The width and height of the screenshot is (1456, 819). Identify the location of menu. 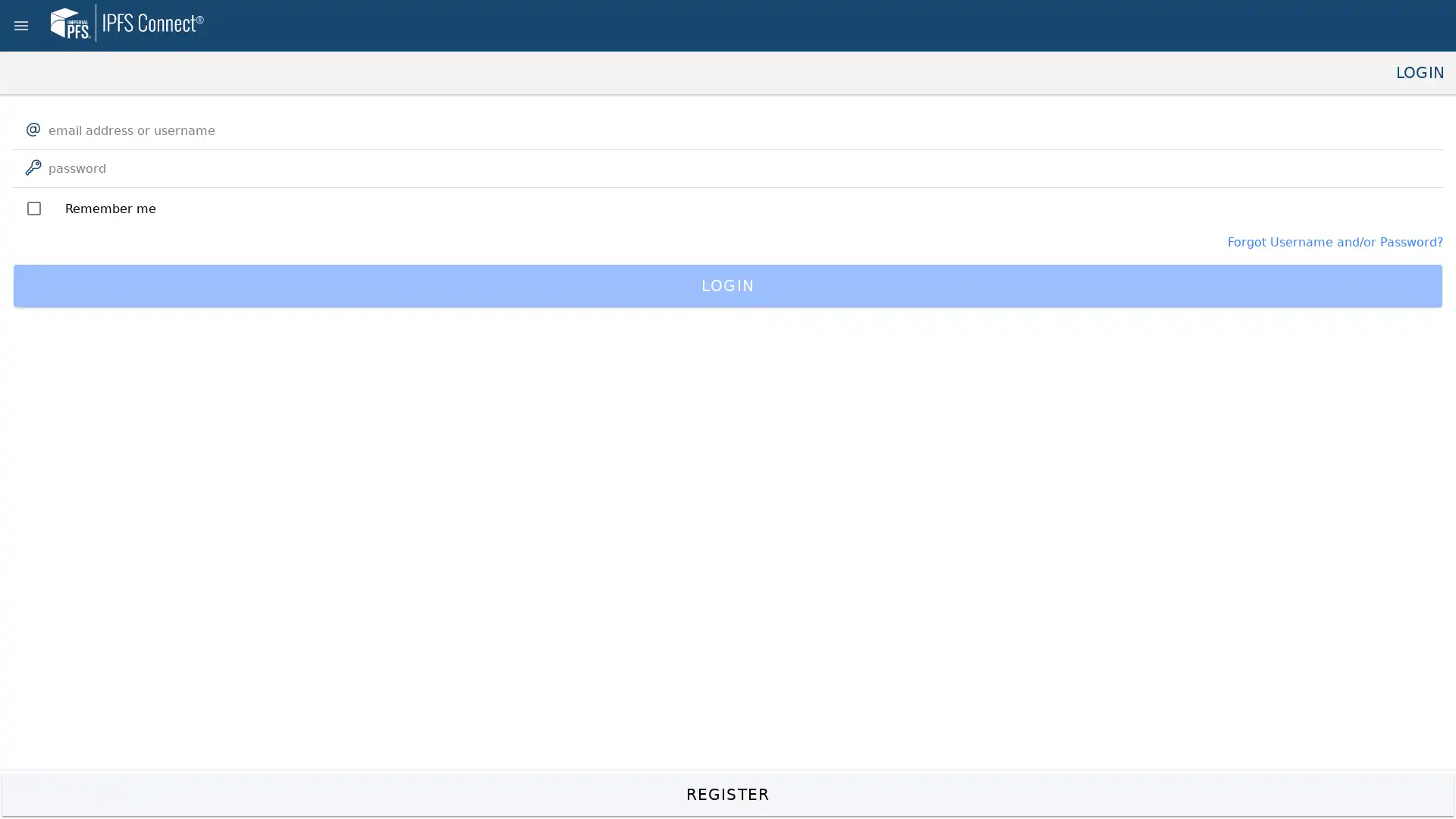
(21, 26).